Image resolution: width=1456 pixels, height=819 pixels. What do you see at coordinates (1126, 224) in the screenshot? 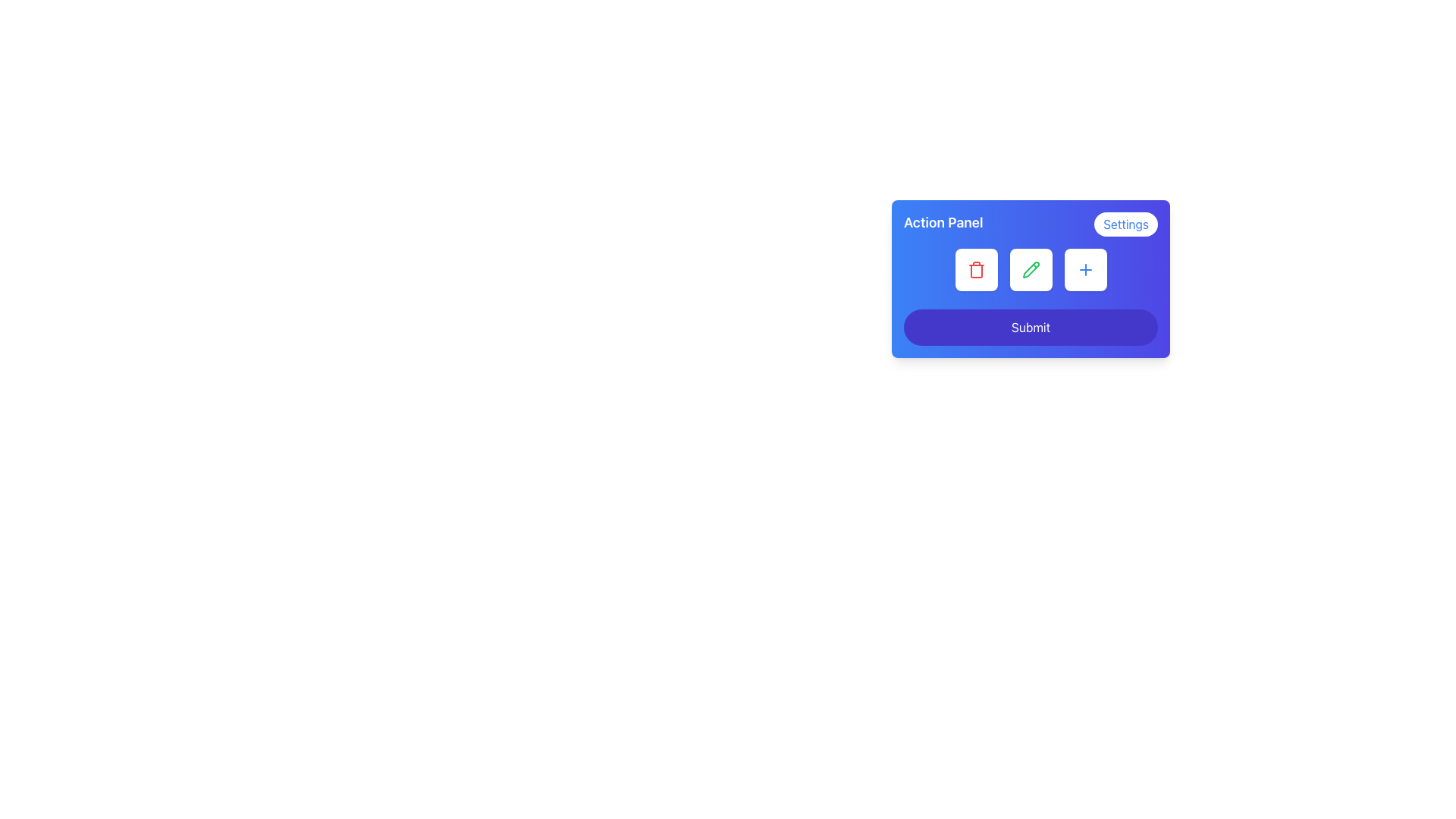
I see `the 'Settings' button` at bounding box center [1126, 224].